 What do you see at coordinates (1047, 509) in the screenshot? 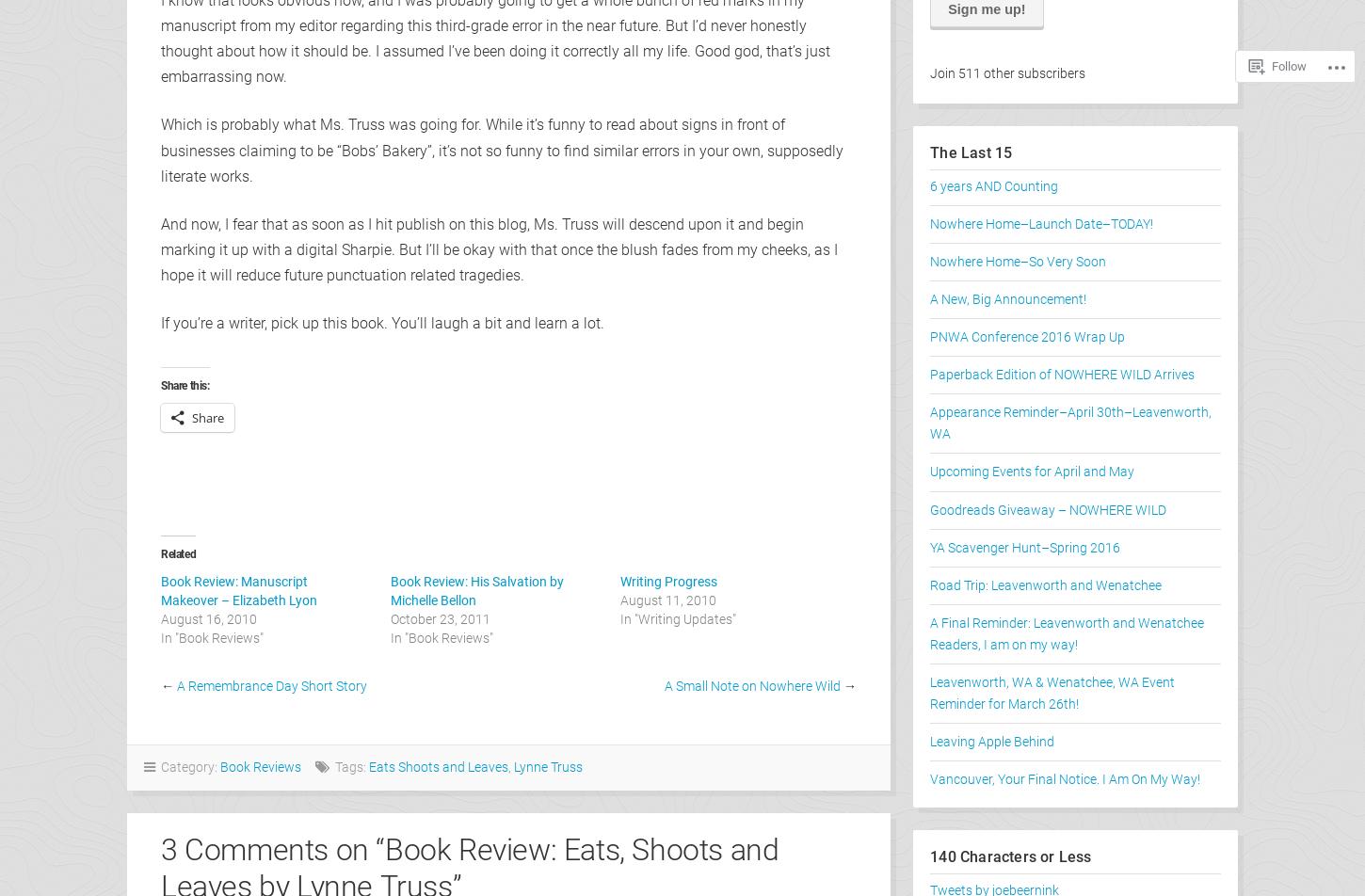
I see `'Goodreads Giveaway – NOWHERE WILD'` at bounding box center [1047, 509].